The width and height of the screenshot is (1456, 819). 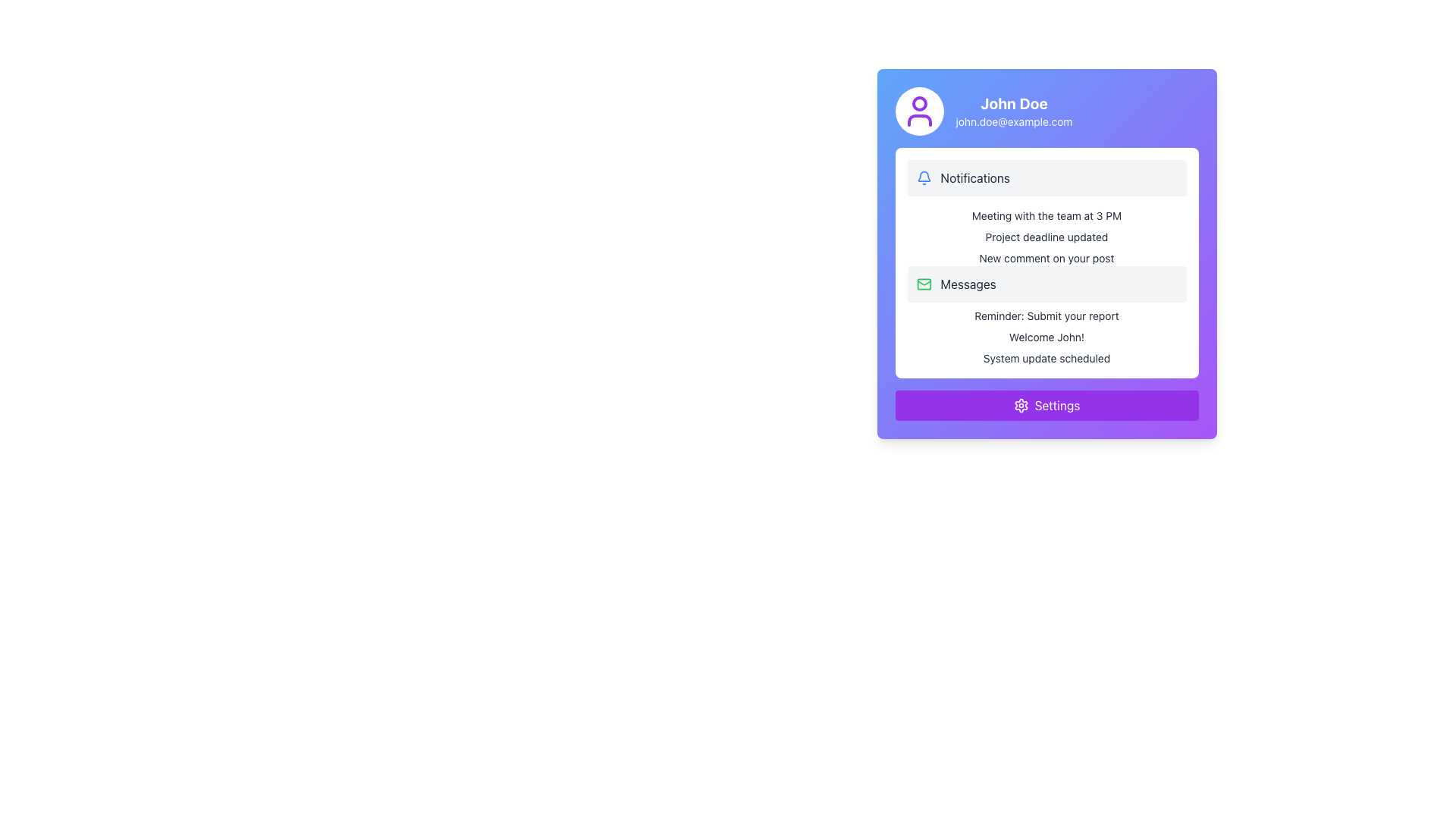 What do you see at coordinates (1021, 405) in the screenshot?
I see `the settings icon located at the bottom center of the purple box` at bounding box center [1021, 405].